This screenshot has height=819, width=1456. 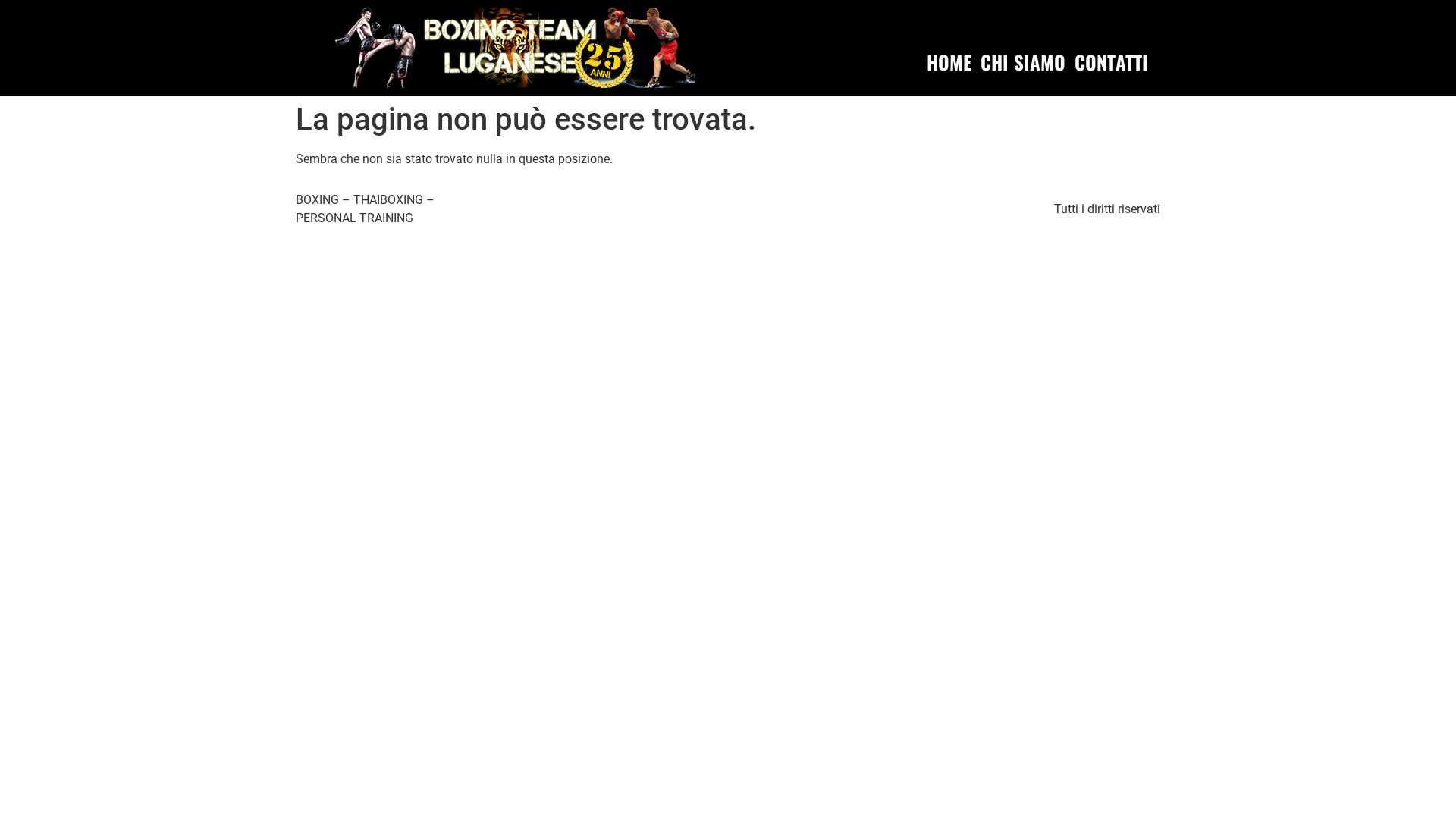 What do you see at coordinates (1022, 61) in the screenshot?
I see `'CHI SIAMO'` at bounding box center [1022, 61].